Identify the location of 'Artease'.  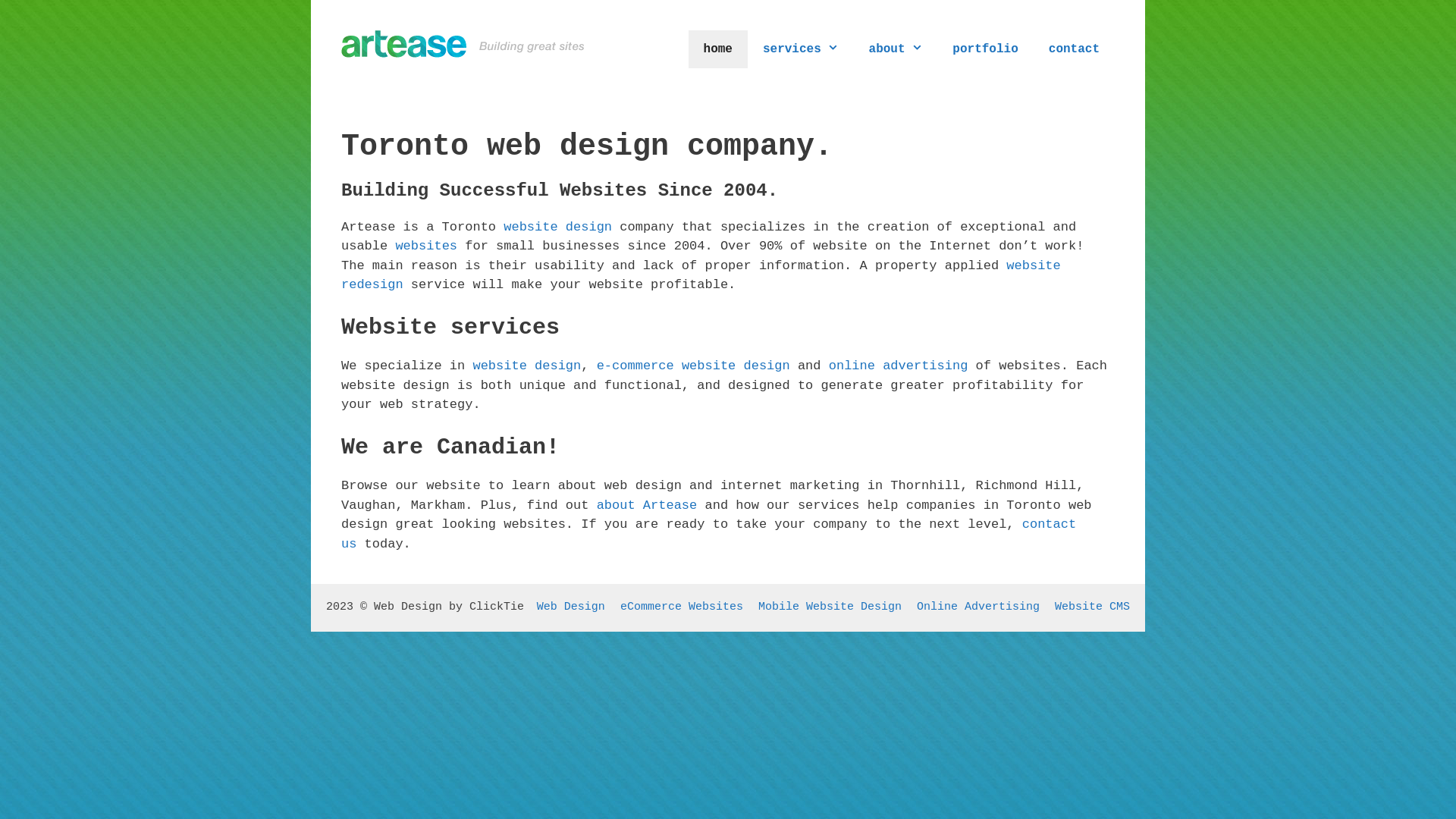
(340, 42).